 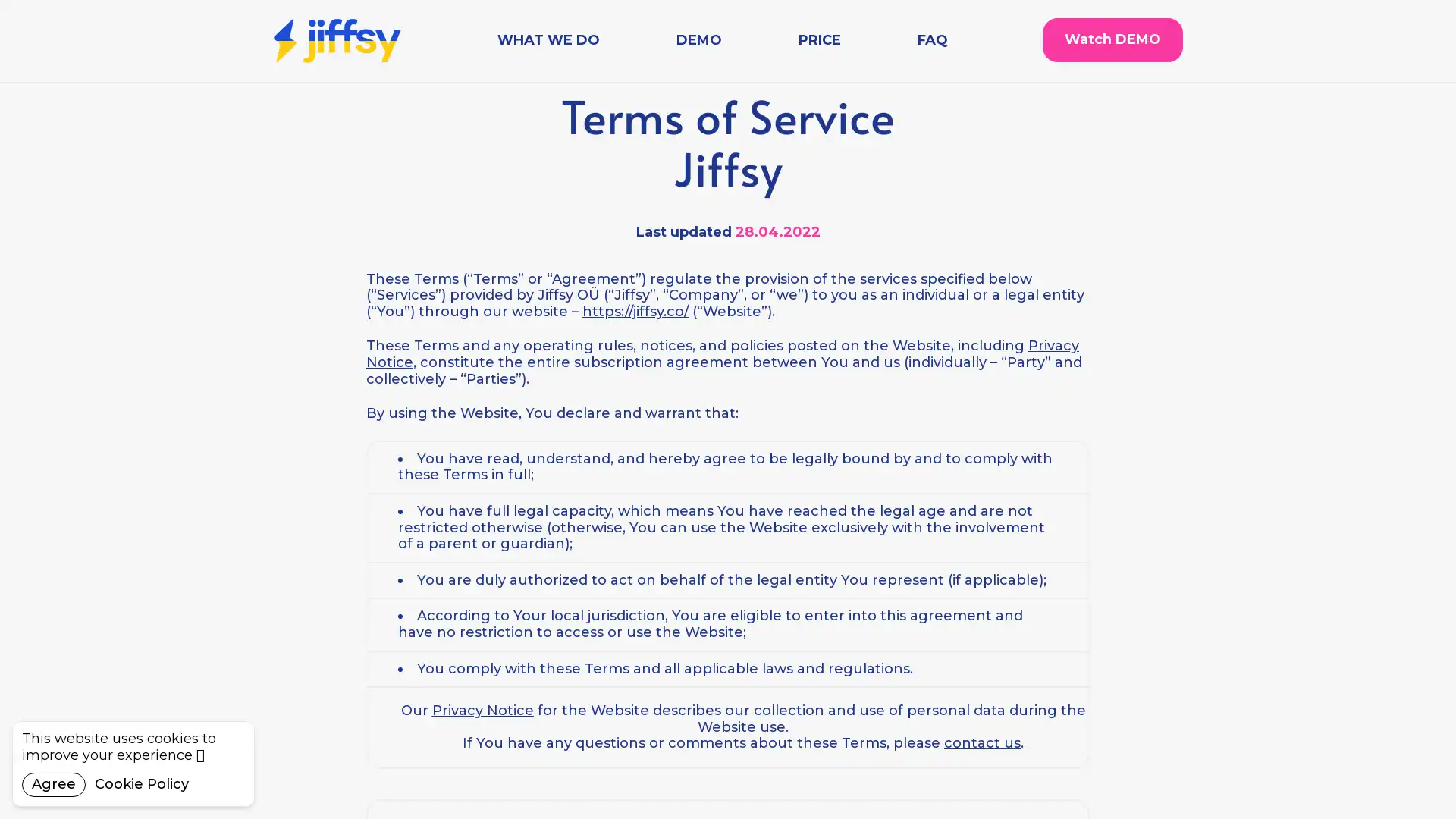 I want to click on Agree, so click(x=54, y=784).